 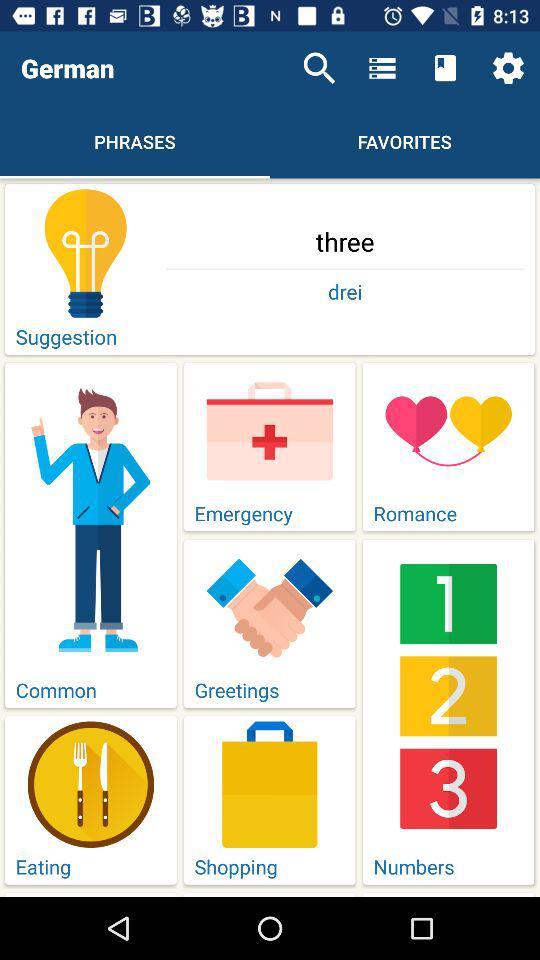 What do you see at coordinates (382, 68) in the screenshot?
I see `the item above favorites item` at bounding box center [382, 68].